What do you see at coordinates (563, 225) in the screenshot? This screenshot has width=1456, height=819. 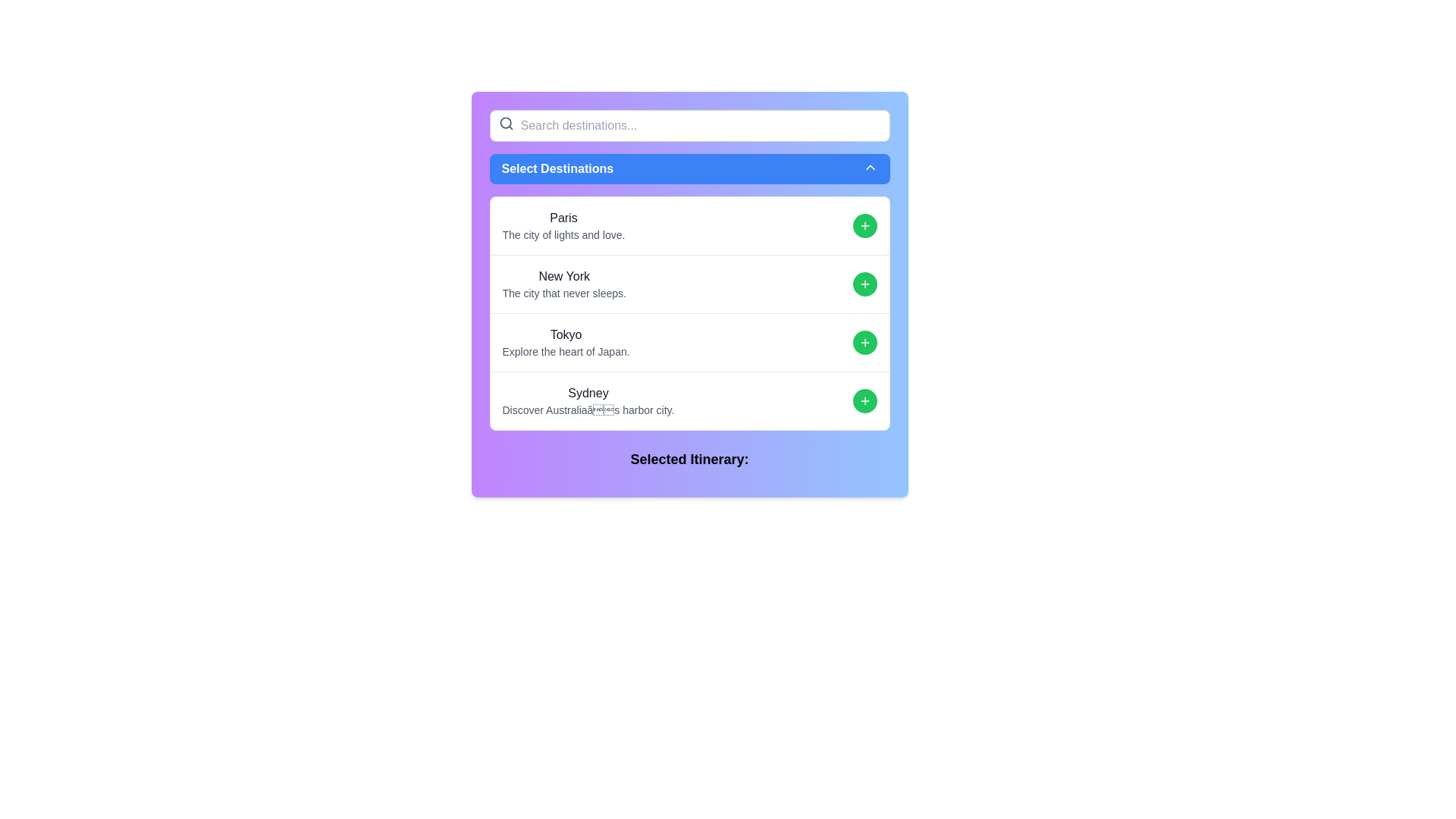 I see `the composite text block titled 'Paris' which contains a description about 'The city of lights and love'. This element is the topmost entry in a list of destinations` at bounding box center [563, 225].